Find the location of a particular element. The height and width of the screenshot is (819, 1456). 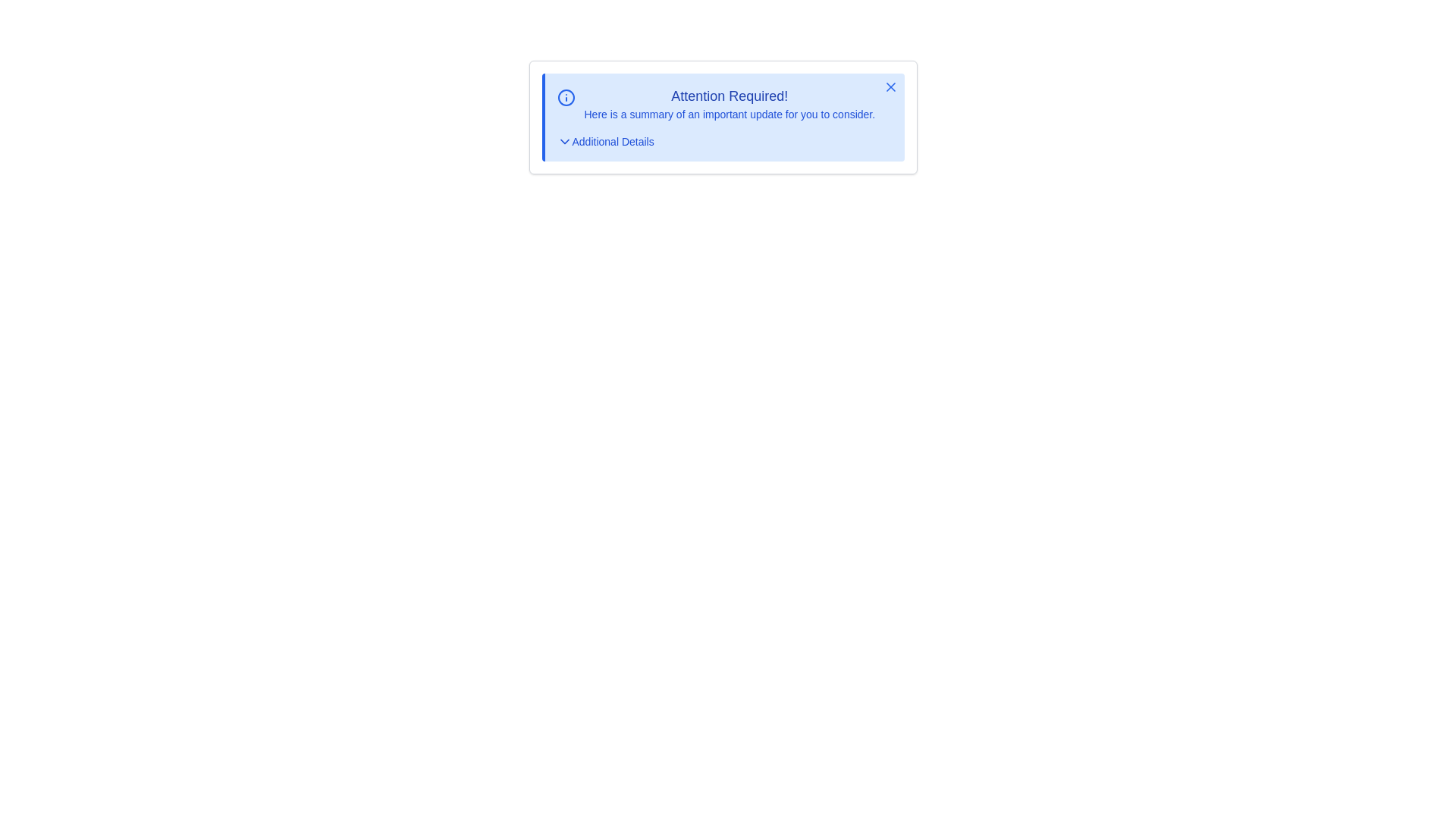

the interactive text with an icon located in the informational box titled 'Attention Required!' is located at coordinates (604, 141).